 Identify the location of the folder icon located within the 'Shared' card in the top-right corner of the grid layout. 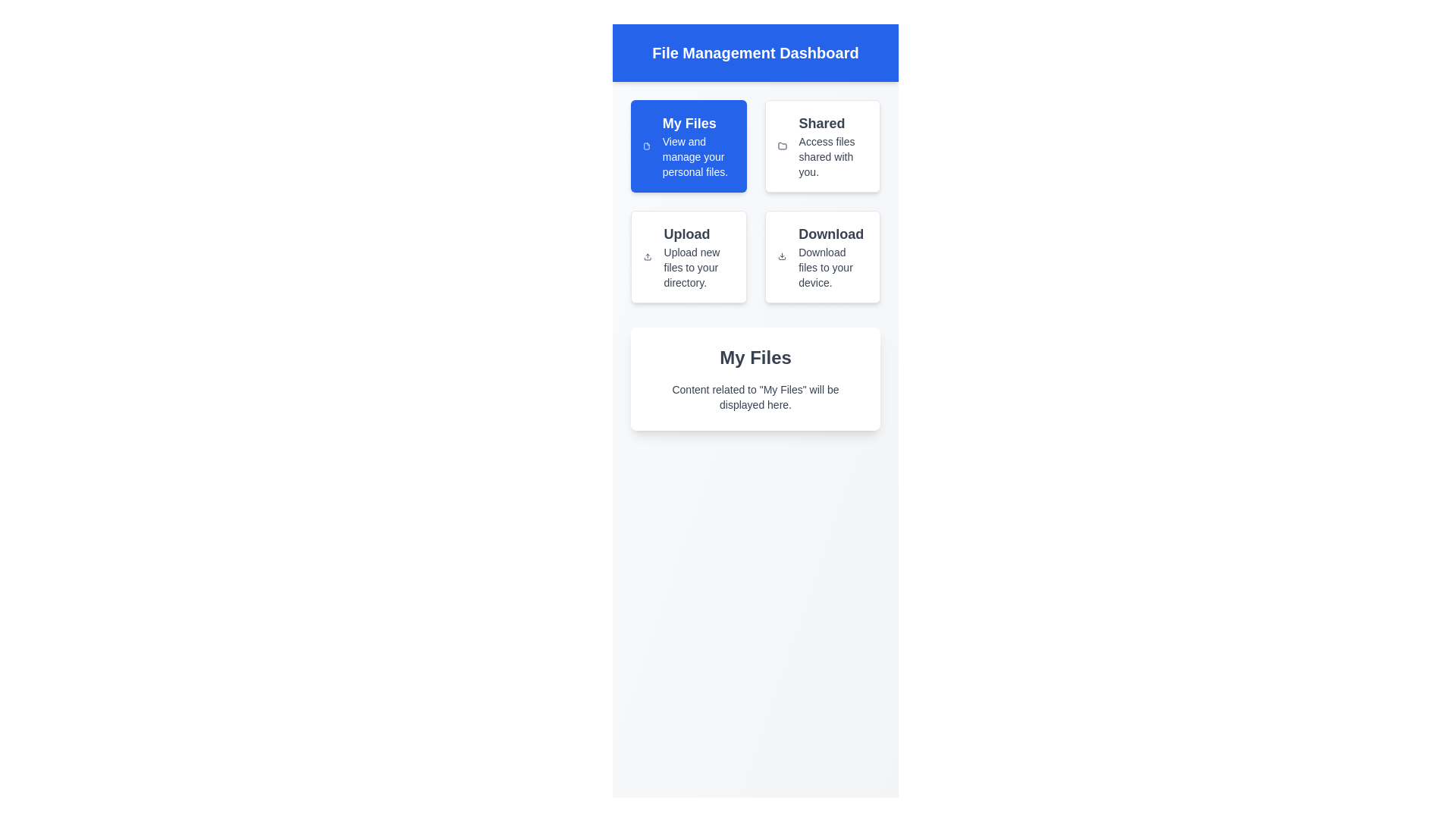
(782, 146).